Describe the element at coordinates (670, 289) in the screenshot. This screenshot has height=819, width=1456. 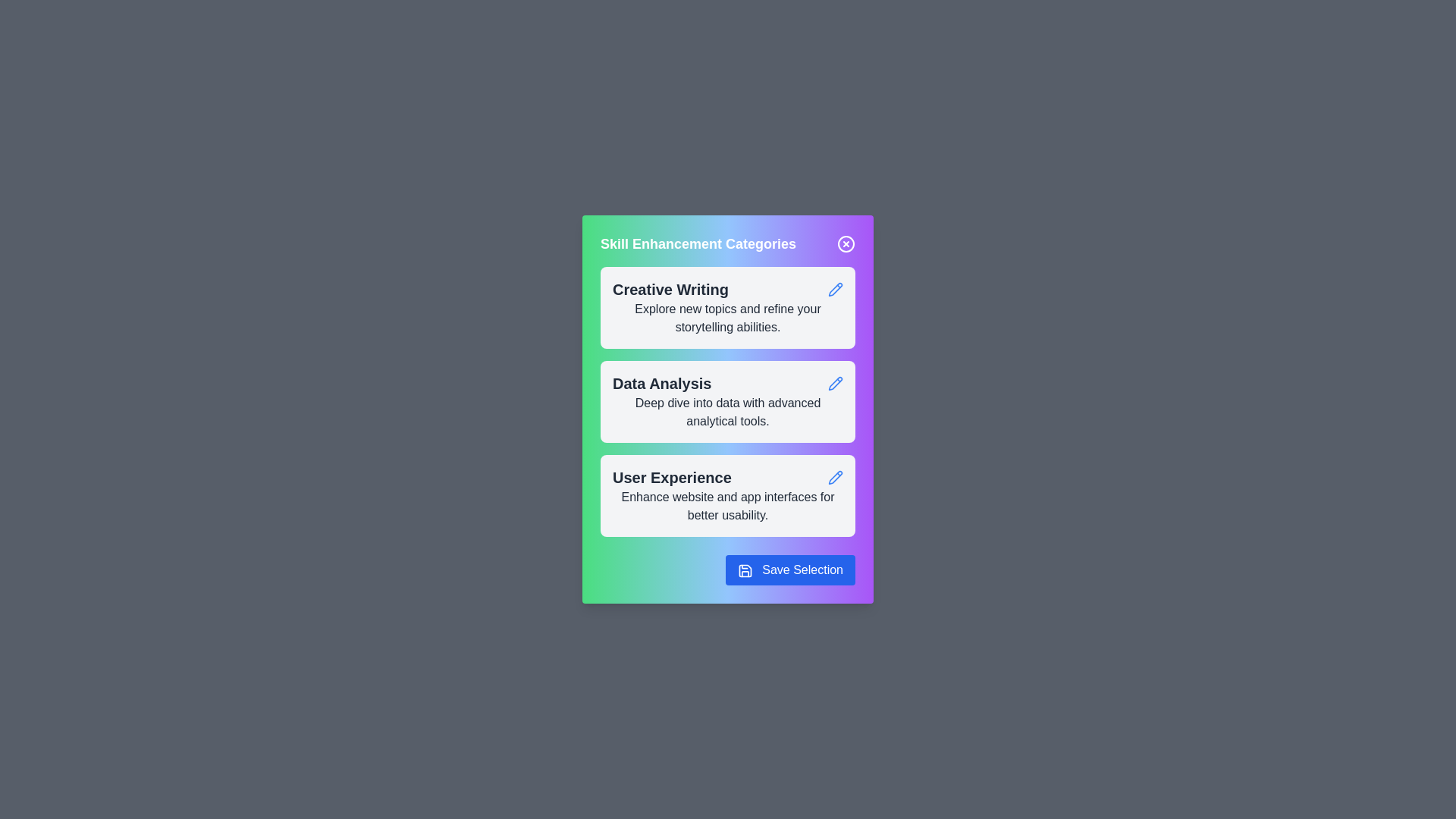
I see `the text of the category card labeled 'Creative Writing' to select it` at that location.